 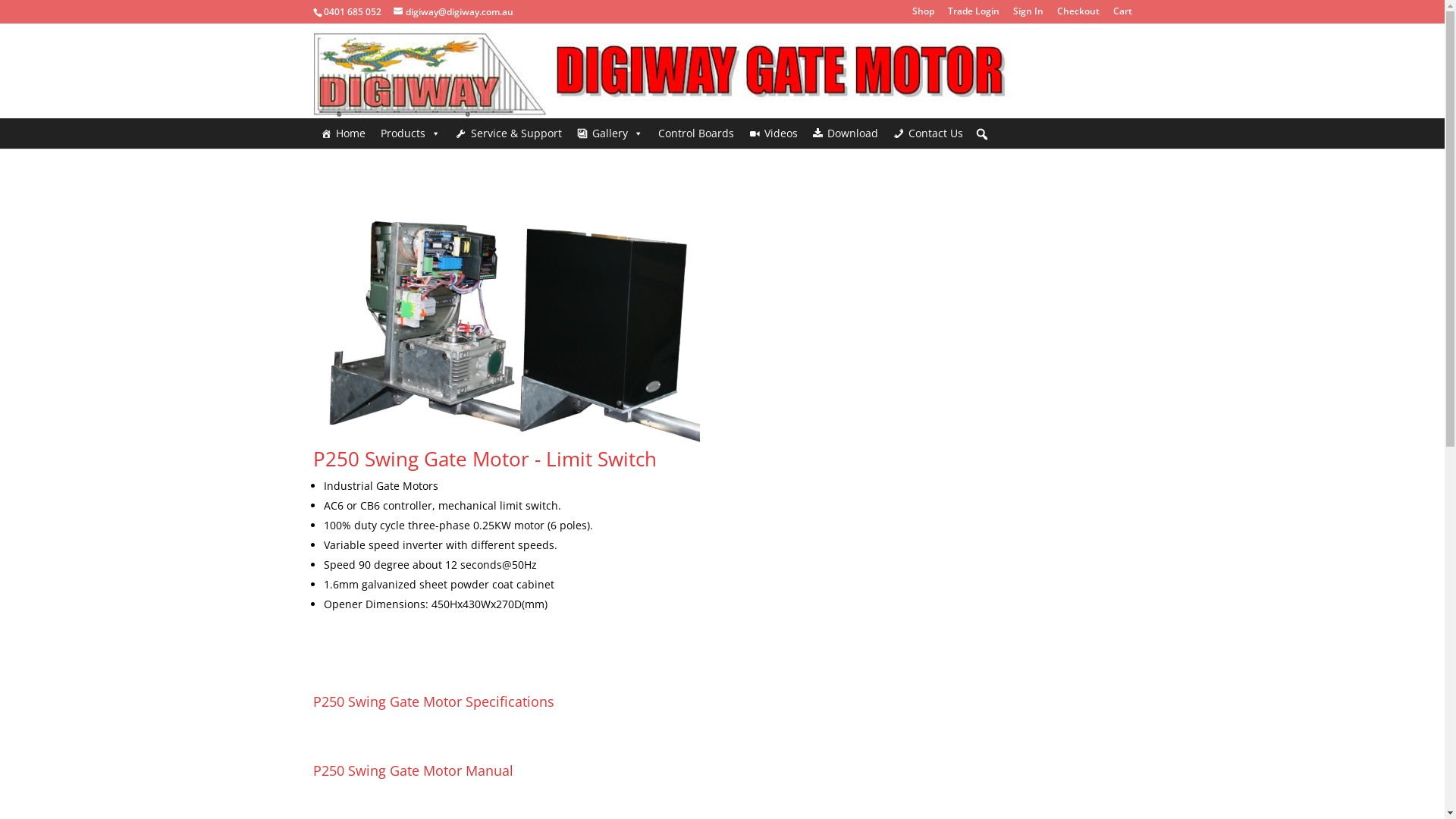 I want to click on 'Trade Login', so click(x=973, y=14).